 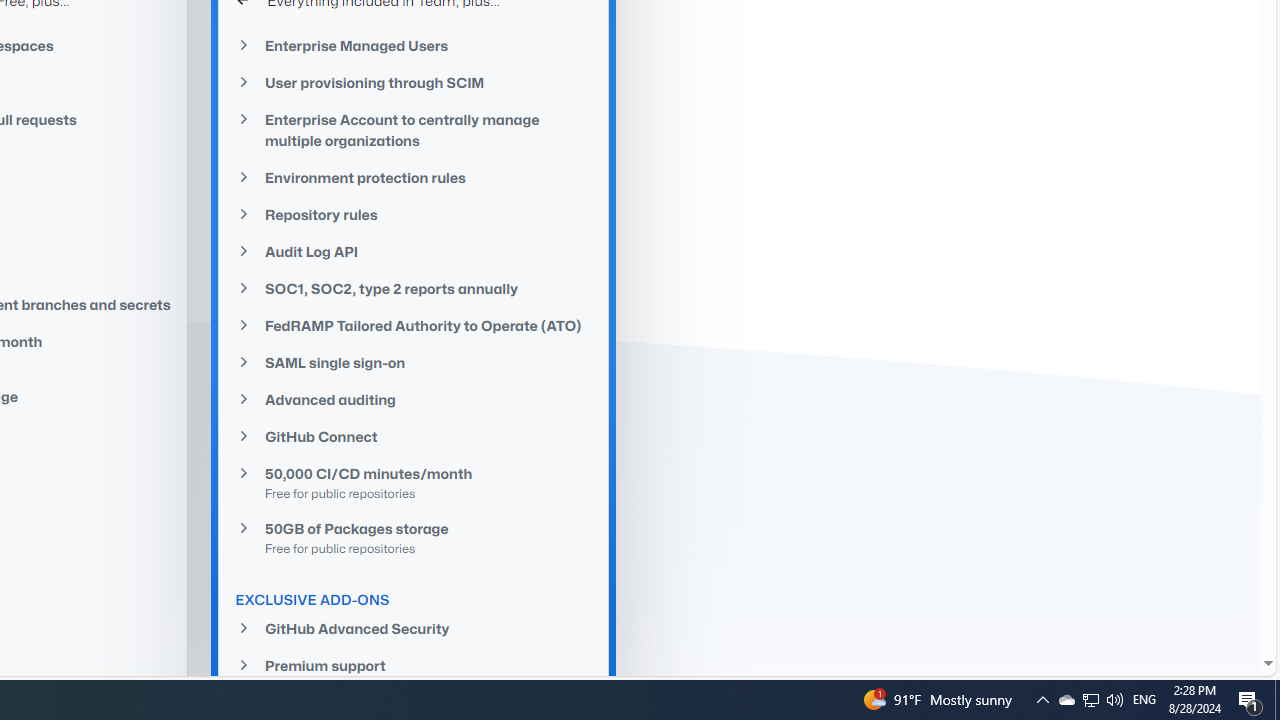 What do you see at coordinates (413, 45) in the screenshot?
I see `'Enterprise Managed Users'` at bounding box center [413, 45].